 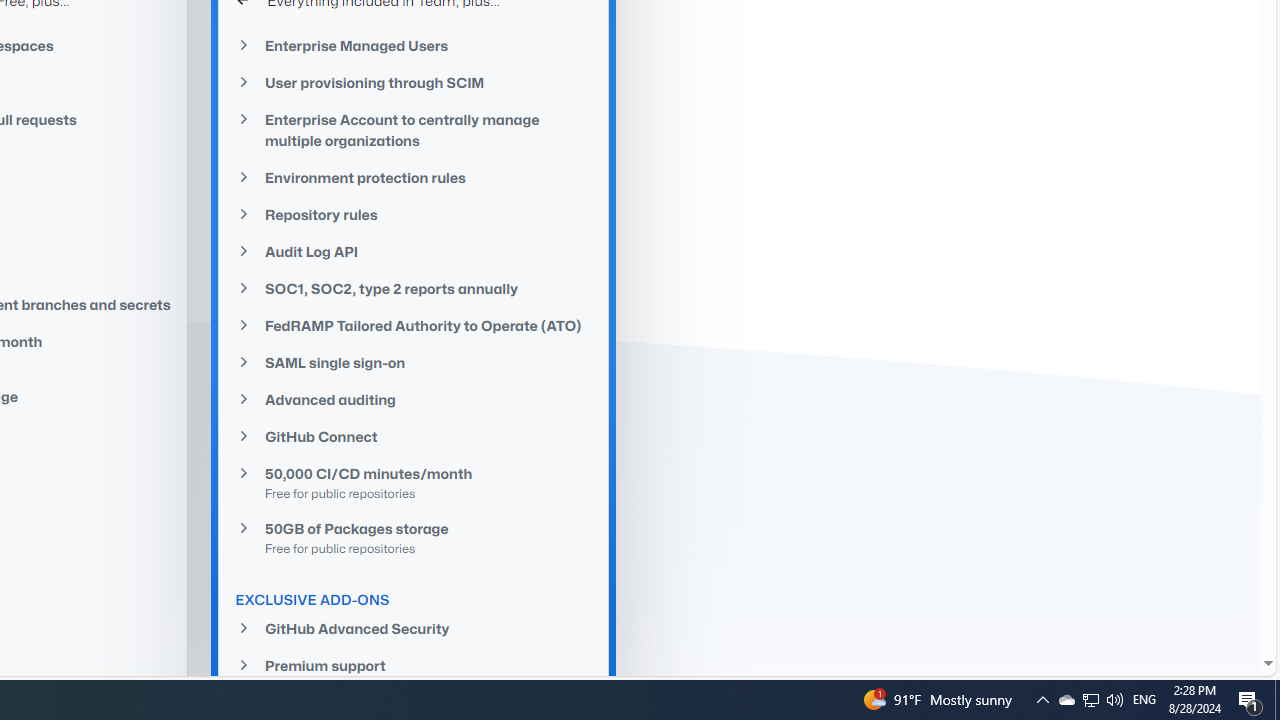 What do you see at coordinates (413, 45) in the screenshot?
I see `'Enterprise Managed Users'` at bounding box center [413, 45].